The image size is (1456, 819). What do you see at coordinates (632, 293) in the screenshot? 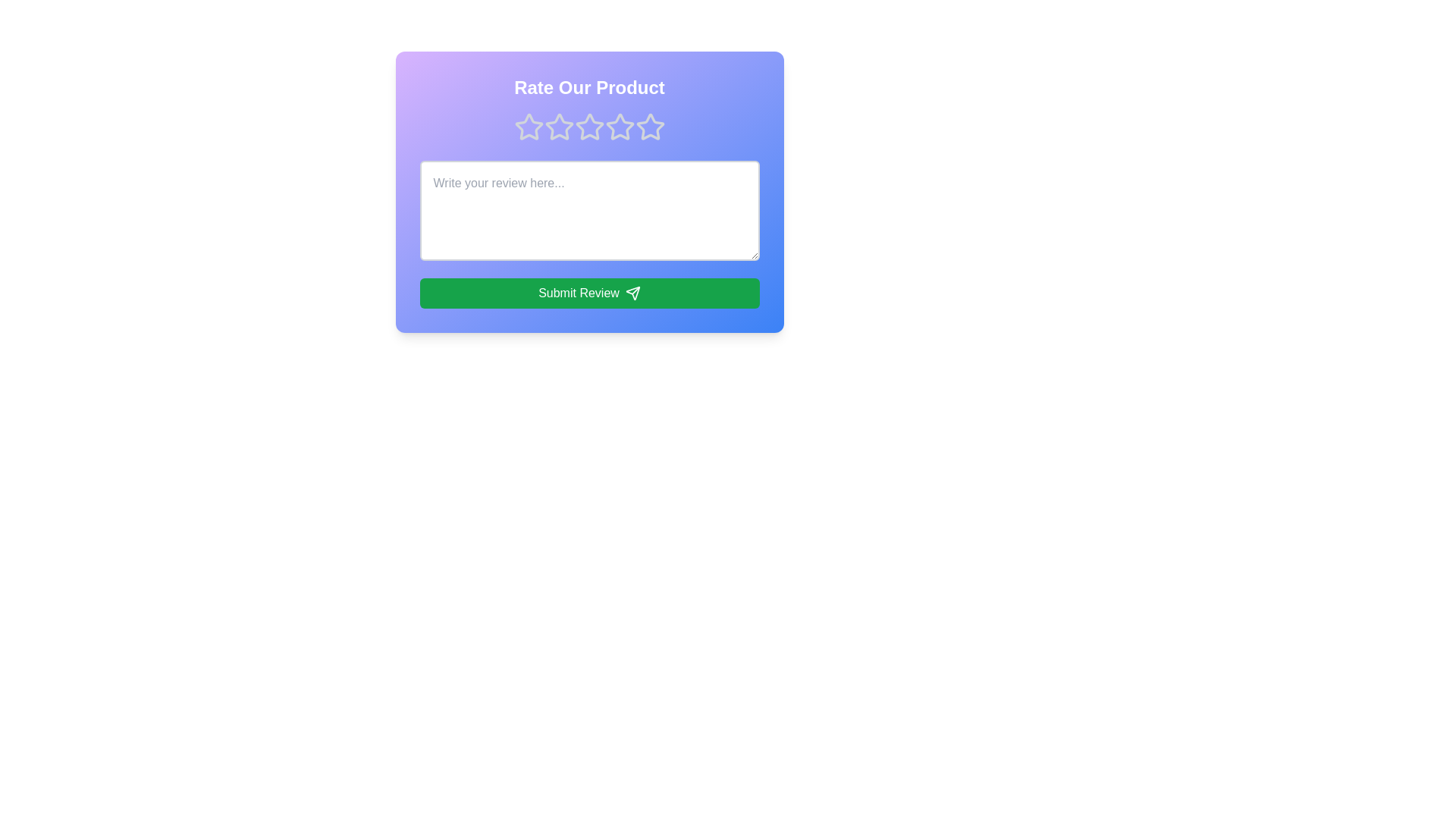
I see `the paper plane icon located within the green 'Submit Review' button at the bottom center of the form` at bounding box center [632, 293].